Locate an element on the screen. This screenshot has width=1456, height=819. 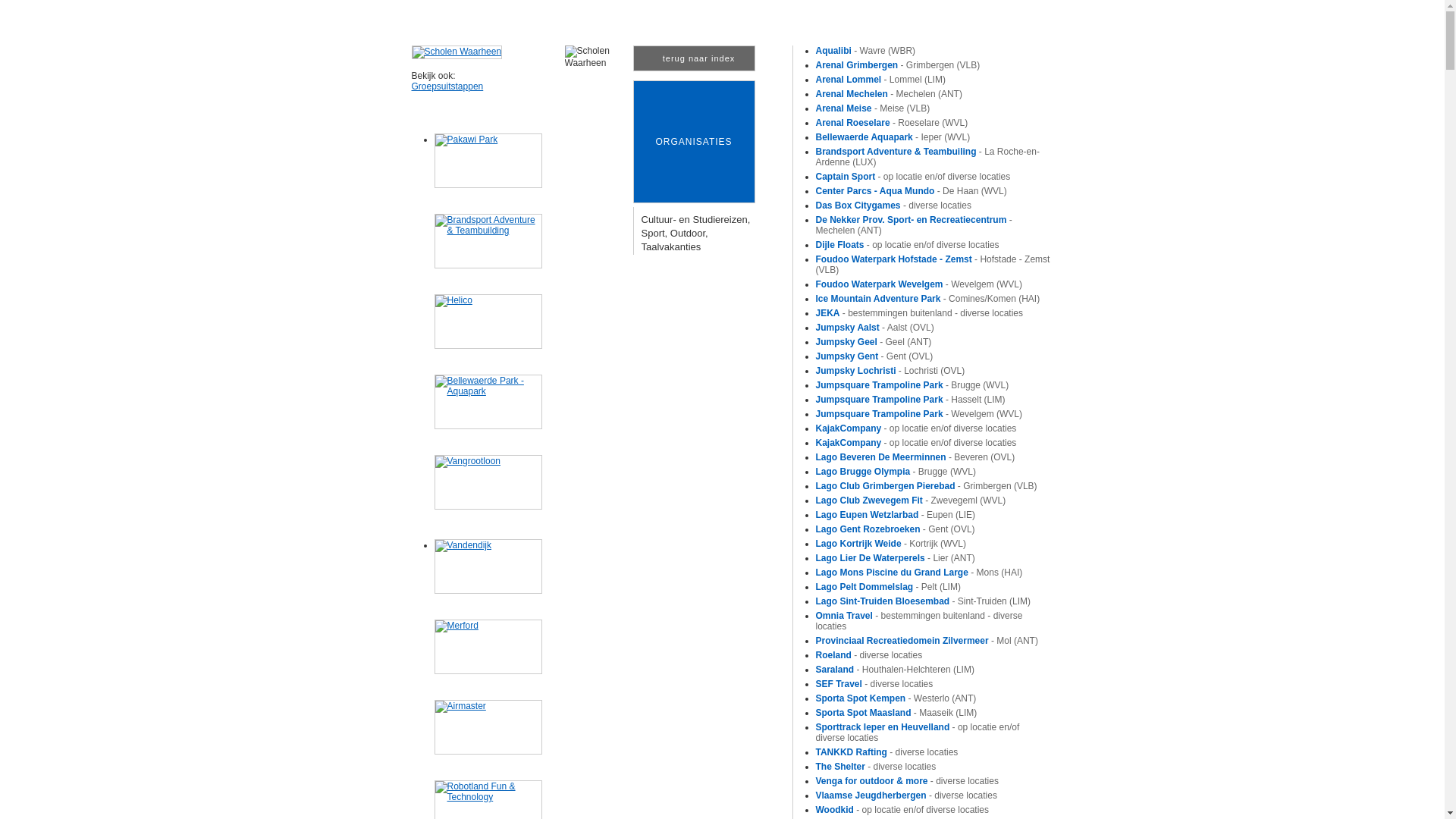
'De Nekker Prov. Sport- en Recreatiecentrum - Mechelen (ANT)' is located at coordinates (913, 225).